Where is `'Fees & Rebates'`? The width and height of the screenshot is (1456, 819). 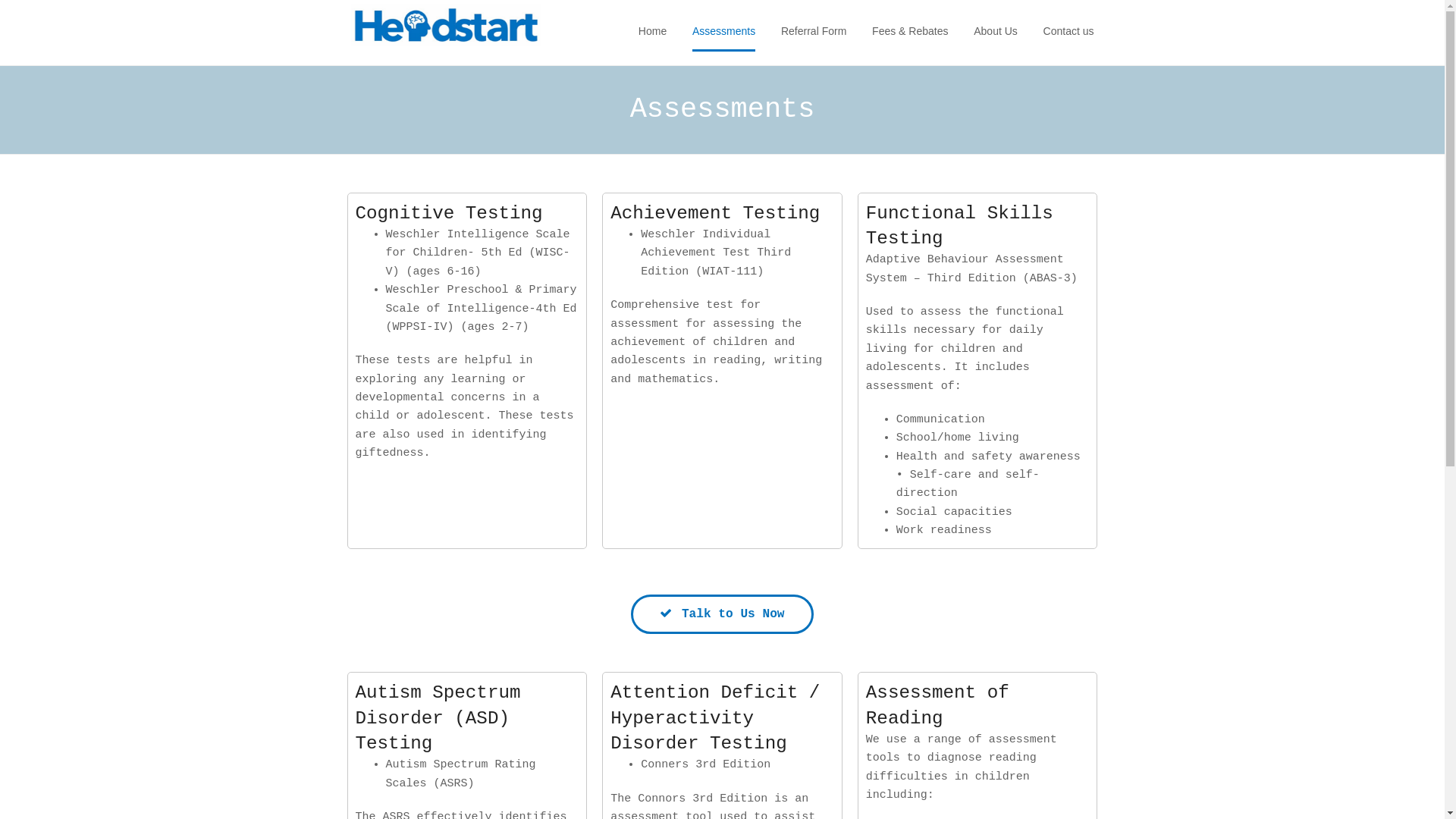 'Fees & Rebates' is located at coordinates (910, 32).